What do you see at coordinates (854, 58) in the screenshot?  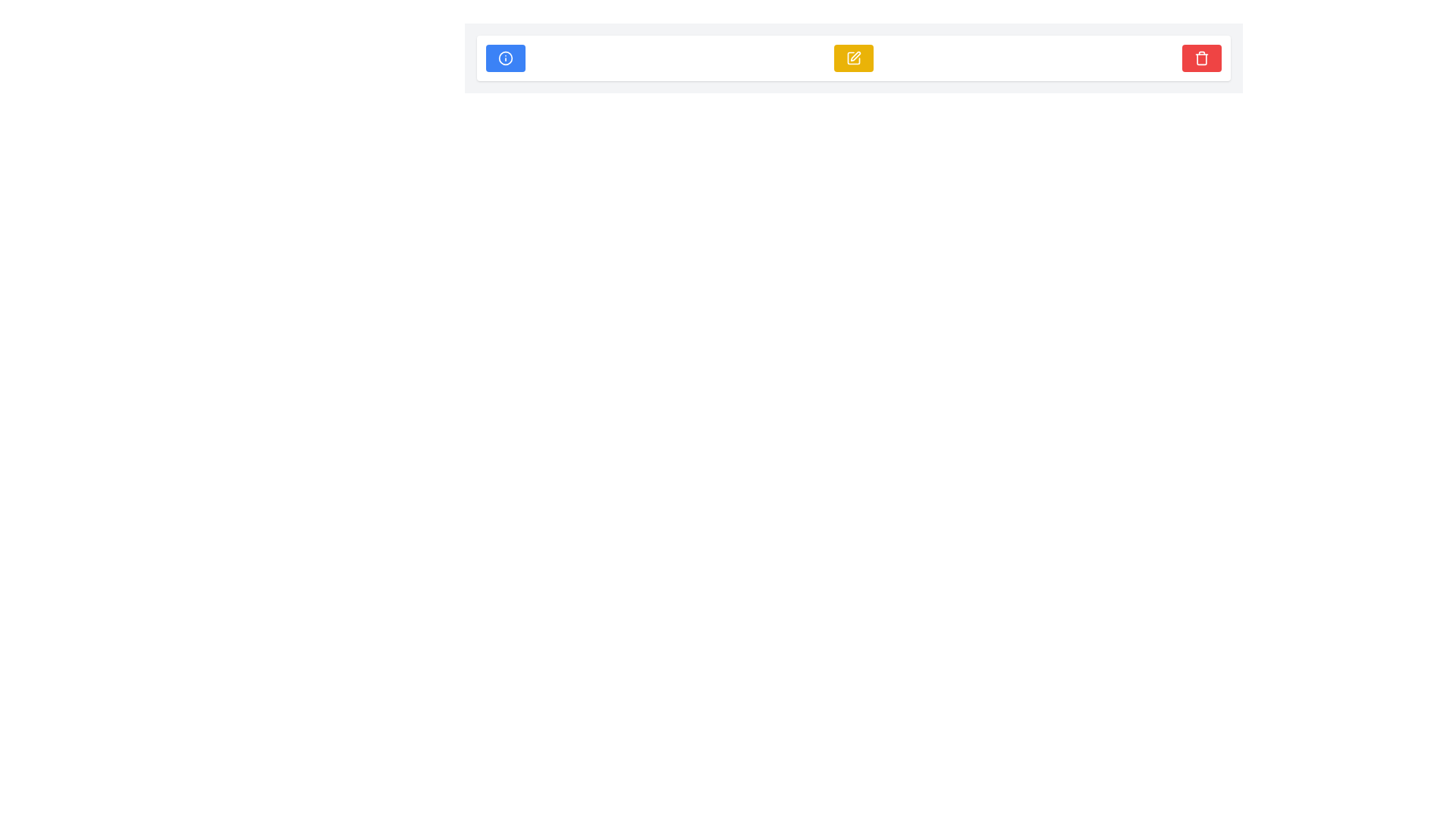 I see `the first graphical element of the square-shaped icon with rounded corners, representing a pen or writing action, located in the middle of the interface section` at bounding box center [854, 58].